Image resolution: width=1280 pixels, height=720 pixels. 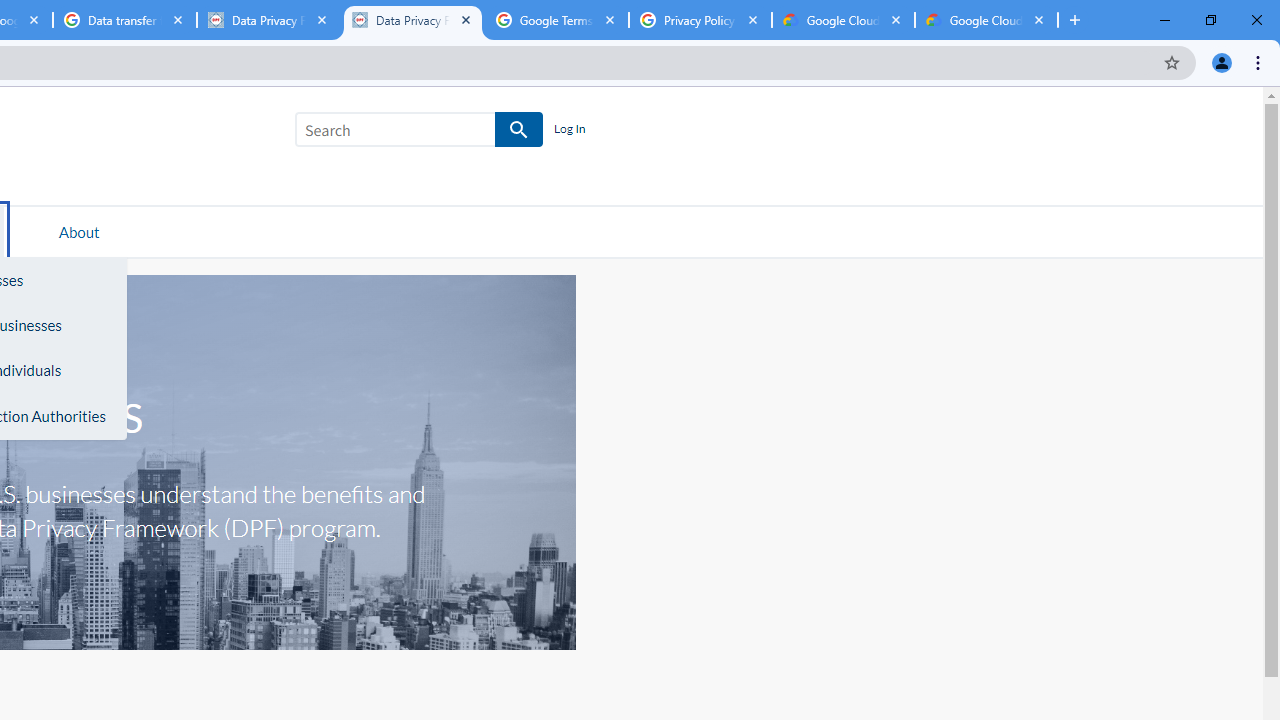 What do you see at coordinates (79, 230) in the screenshot?
I see `'About'` at bounding box center [79, 230].